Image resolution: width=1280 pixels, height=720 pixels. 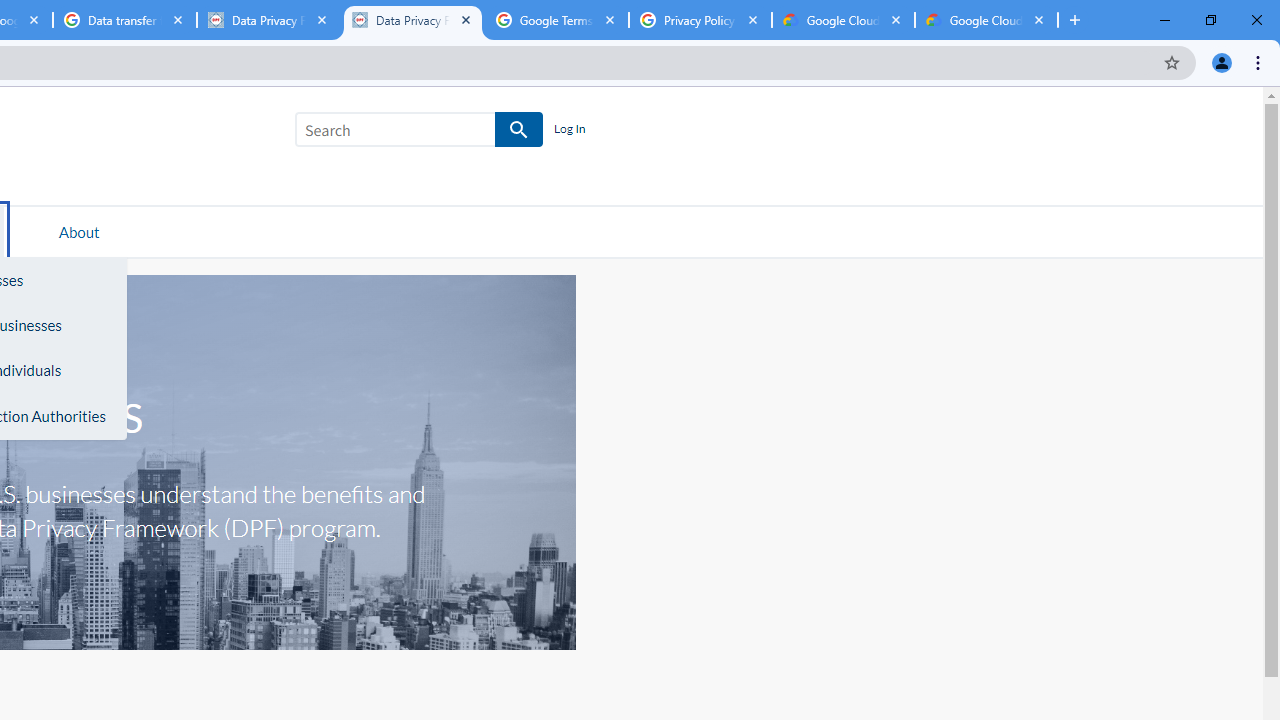 What do you see at coordinates (79, 230) in the screenshot?
I see `'About'` at bounding box center [79, 230].